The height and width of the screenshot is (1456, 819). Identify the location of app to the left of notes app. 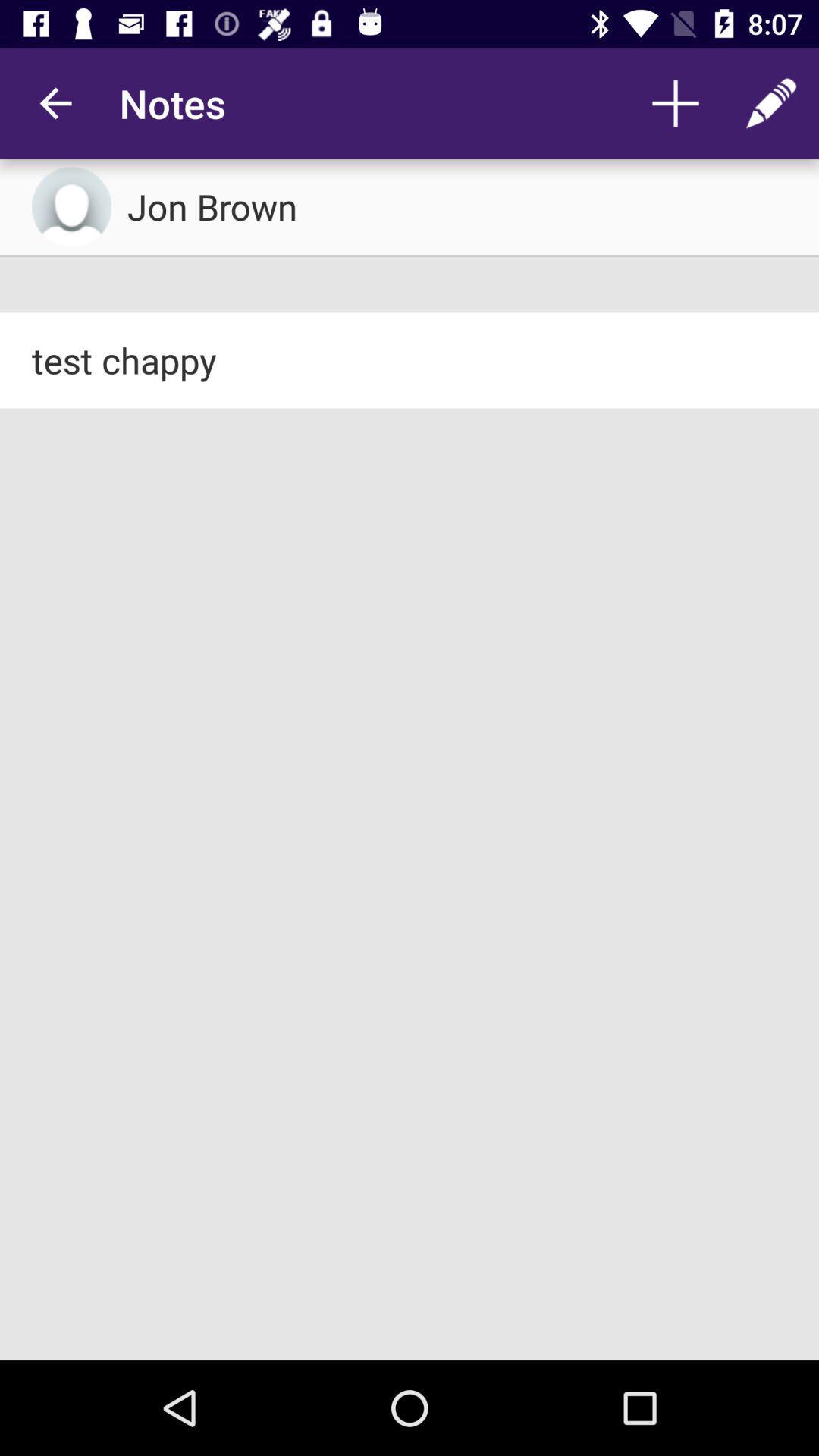
(55, 102).